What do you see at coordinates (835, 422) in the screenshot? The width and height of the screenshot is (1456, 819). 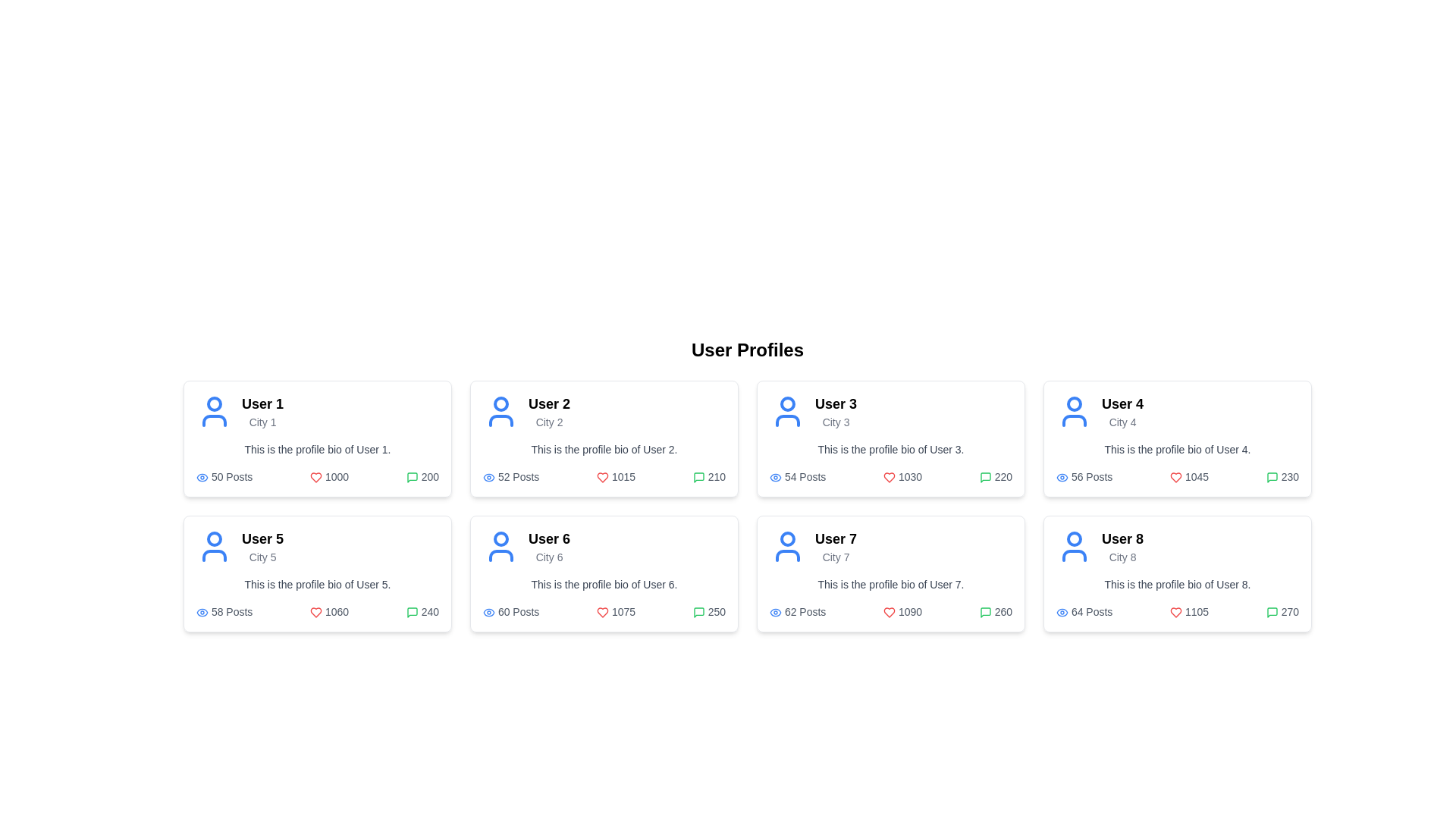 I see `the label displaying 'City 3' in light gray font, located below the 'User 3' heading in the user profile grid` at bounding box center [835, 422].